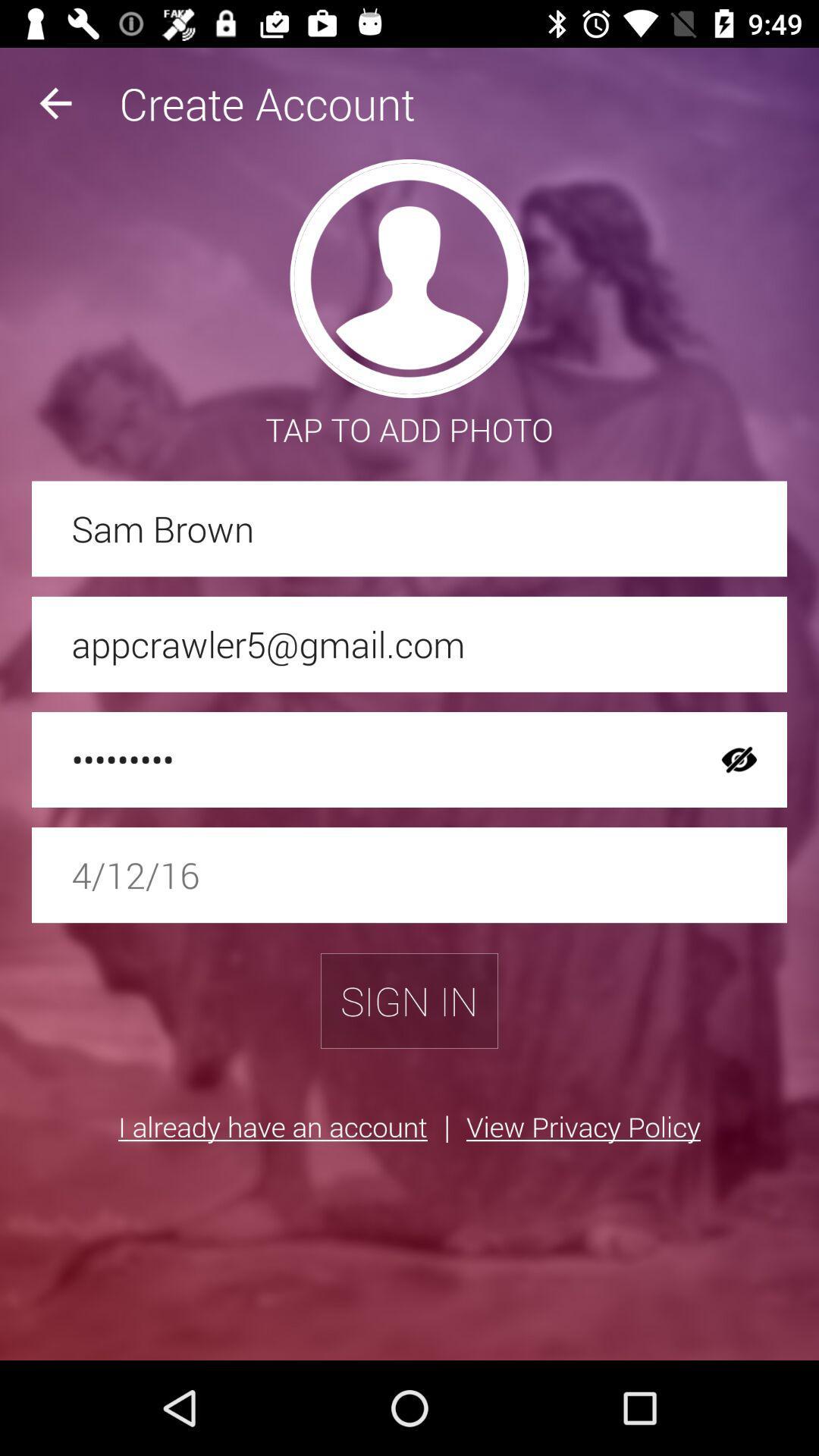 The image size is (819, 1456). Describe the element at coordinates (409, 644) in the screenshot. I see `appcrawler5@gmail.com` at that location.